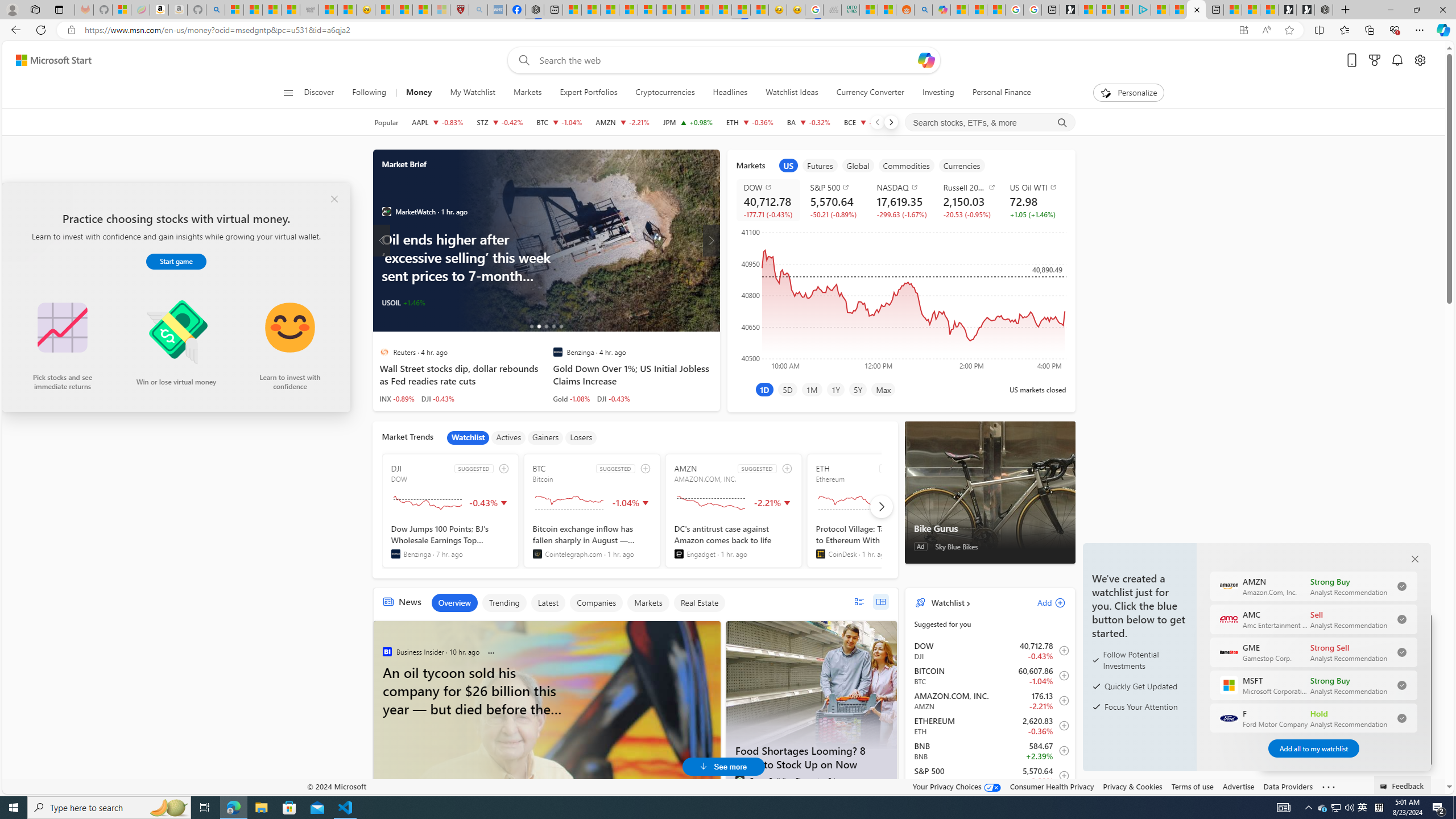  Describe the element at coordinates (1243, 30) in the screenshot. I see `'App available. Install Start Money'` at that location.